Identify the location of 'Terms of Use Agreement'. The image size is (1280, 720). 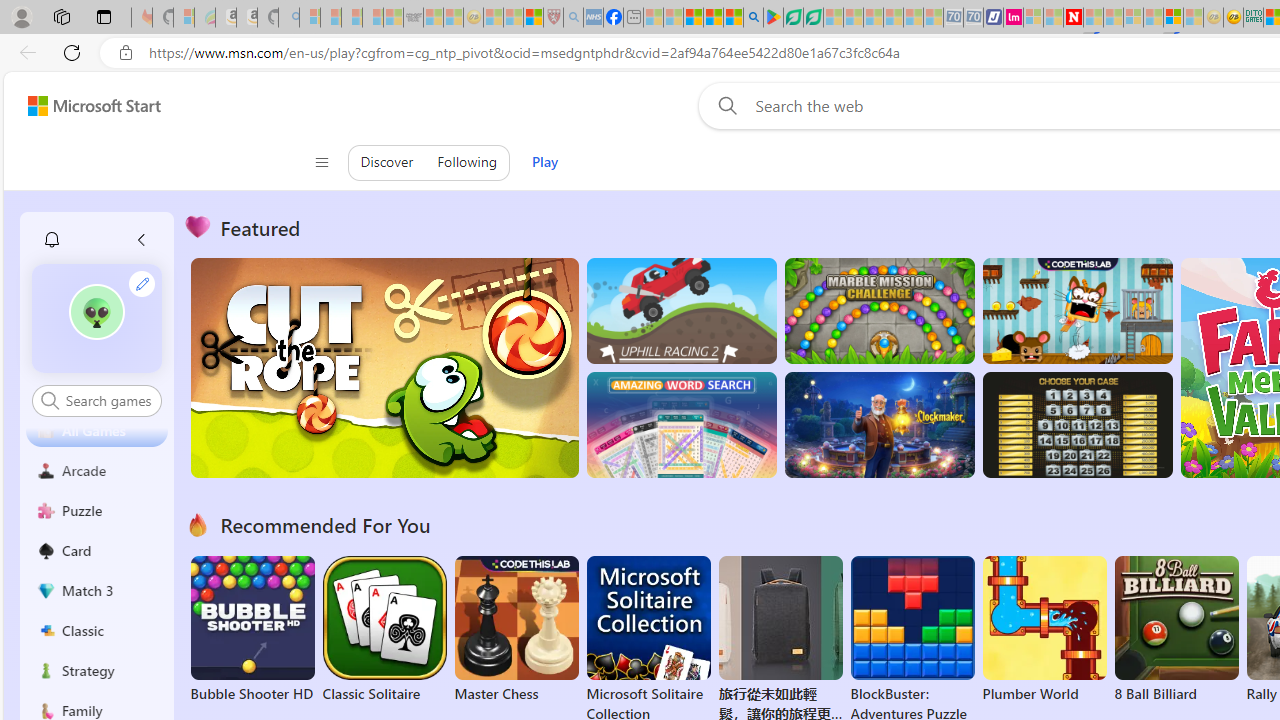
(791, 17).